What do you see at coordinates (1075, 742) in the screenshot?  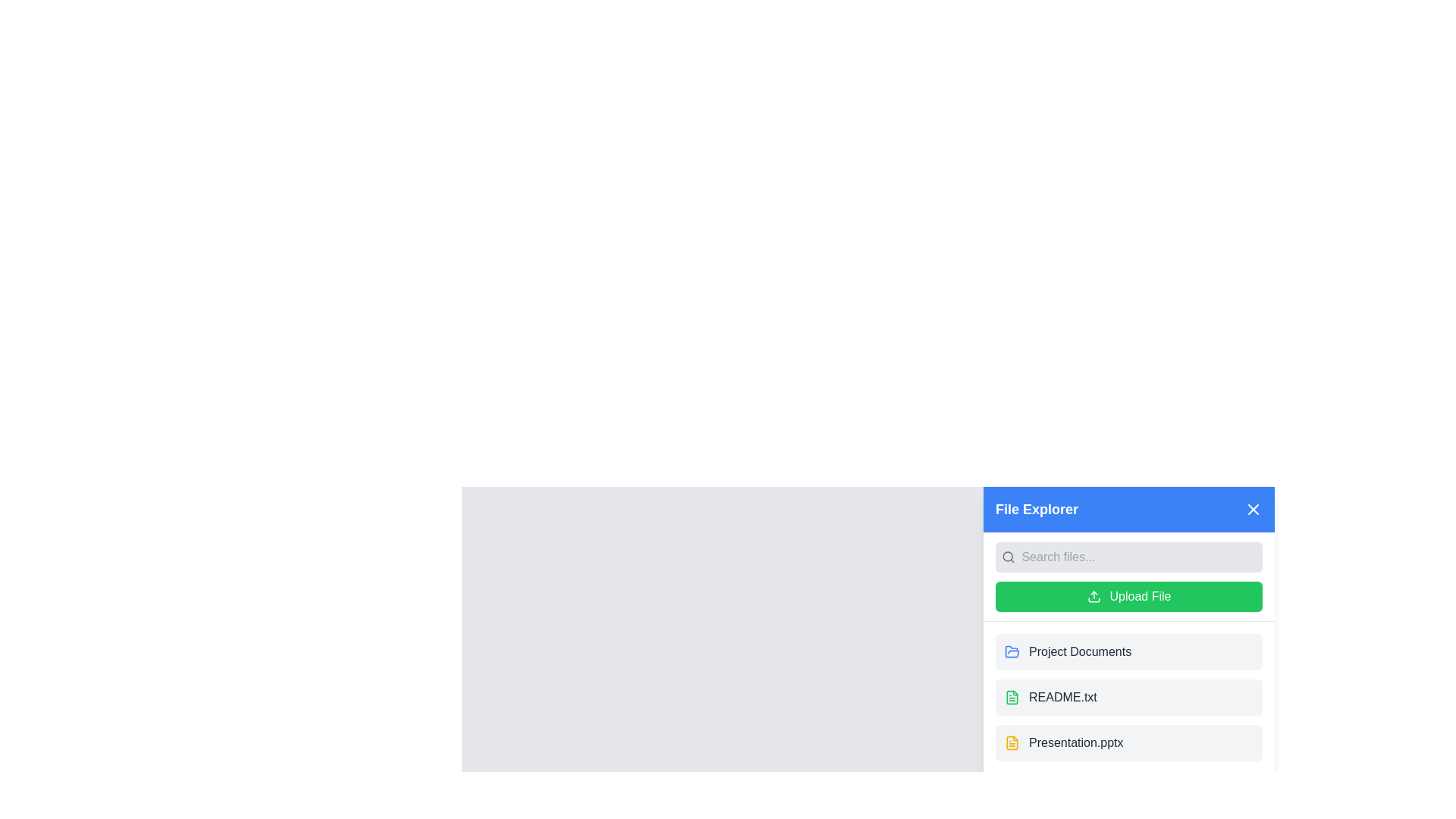 I see `the file item labeled 'Presentation.pptx' in the 'File Explorer' panel` at bounding box center [1075, 742].